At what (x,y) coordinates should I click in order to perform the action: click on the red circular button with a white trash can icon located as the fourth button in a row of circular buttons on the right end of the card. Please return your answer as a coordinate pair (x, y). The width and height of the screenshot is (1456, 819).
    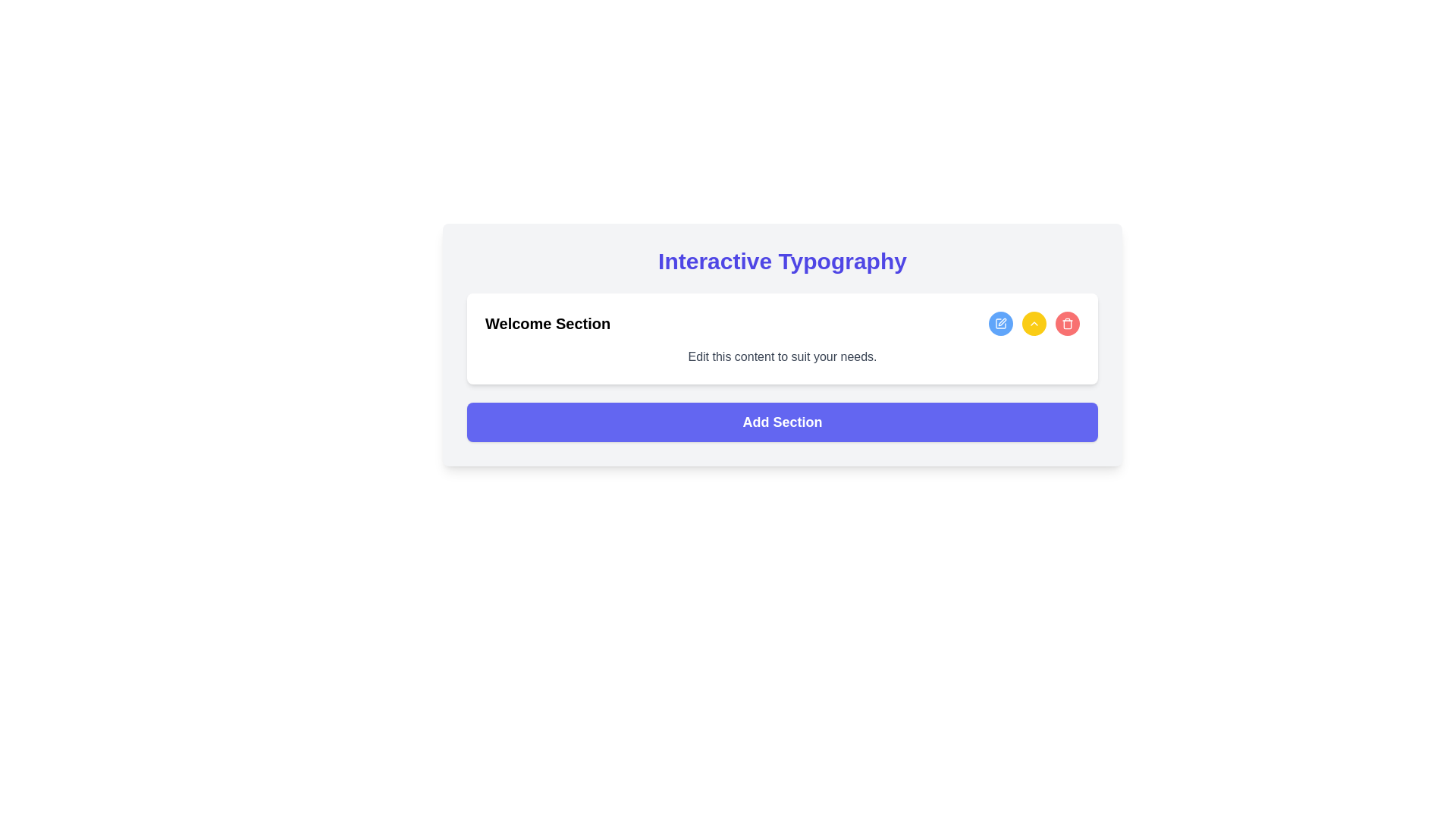
    Looking at the image, I should click on (1066, 323).